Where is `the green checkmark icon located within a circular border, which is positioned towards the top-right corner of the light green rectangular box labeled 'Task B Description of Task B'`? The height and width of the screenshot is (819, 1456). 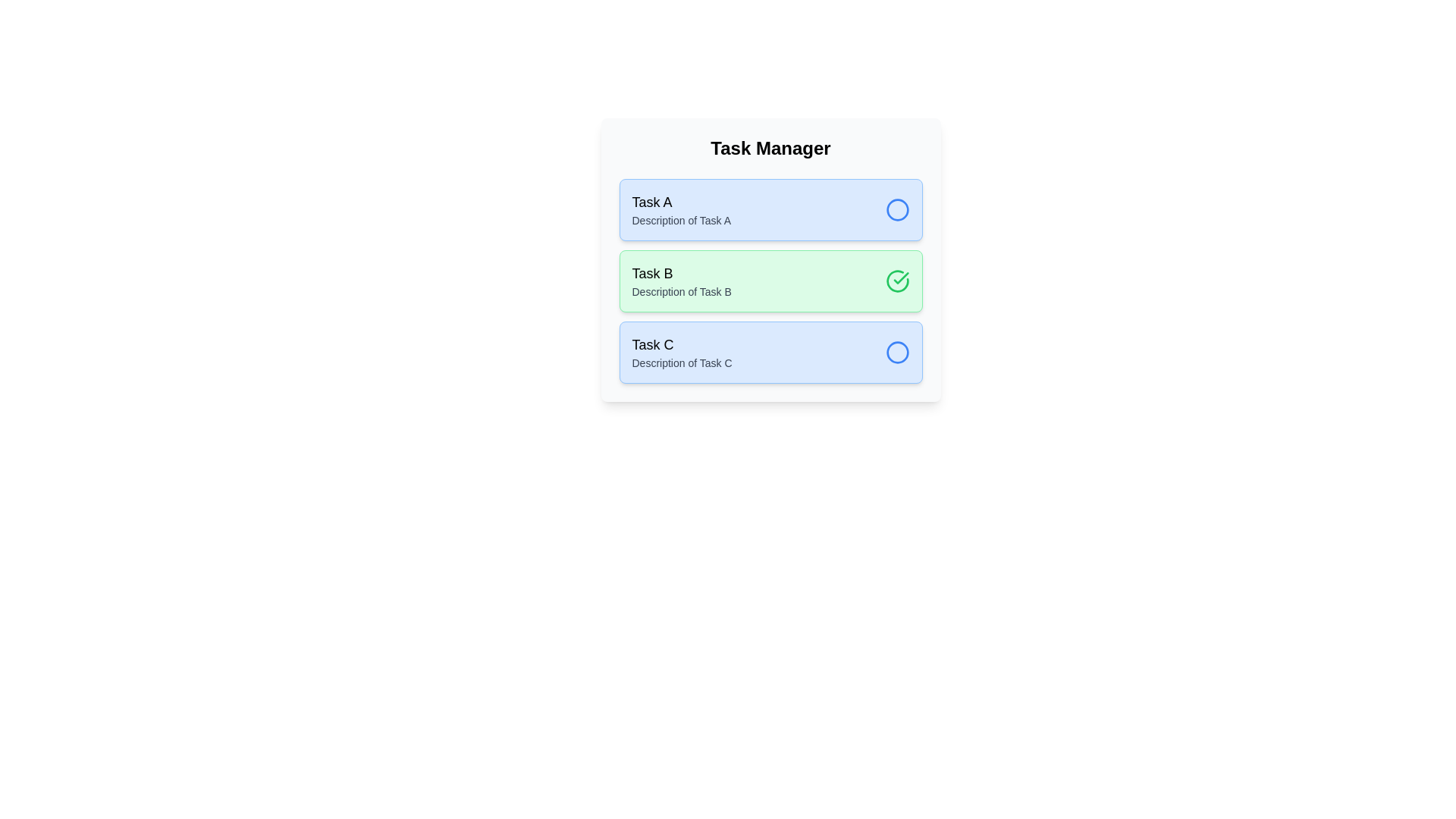
the green checkmark icon located within a circular border, which is positioned towards the top-right corner of the light green rectangular box labeled 'Task B Description of Task B' is located at coordinates (901, 278).